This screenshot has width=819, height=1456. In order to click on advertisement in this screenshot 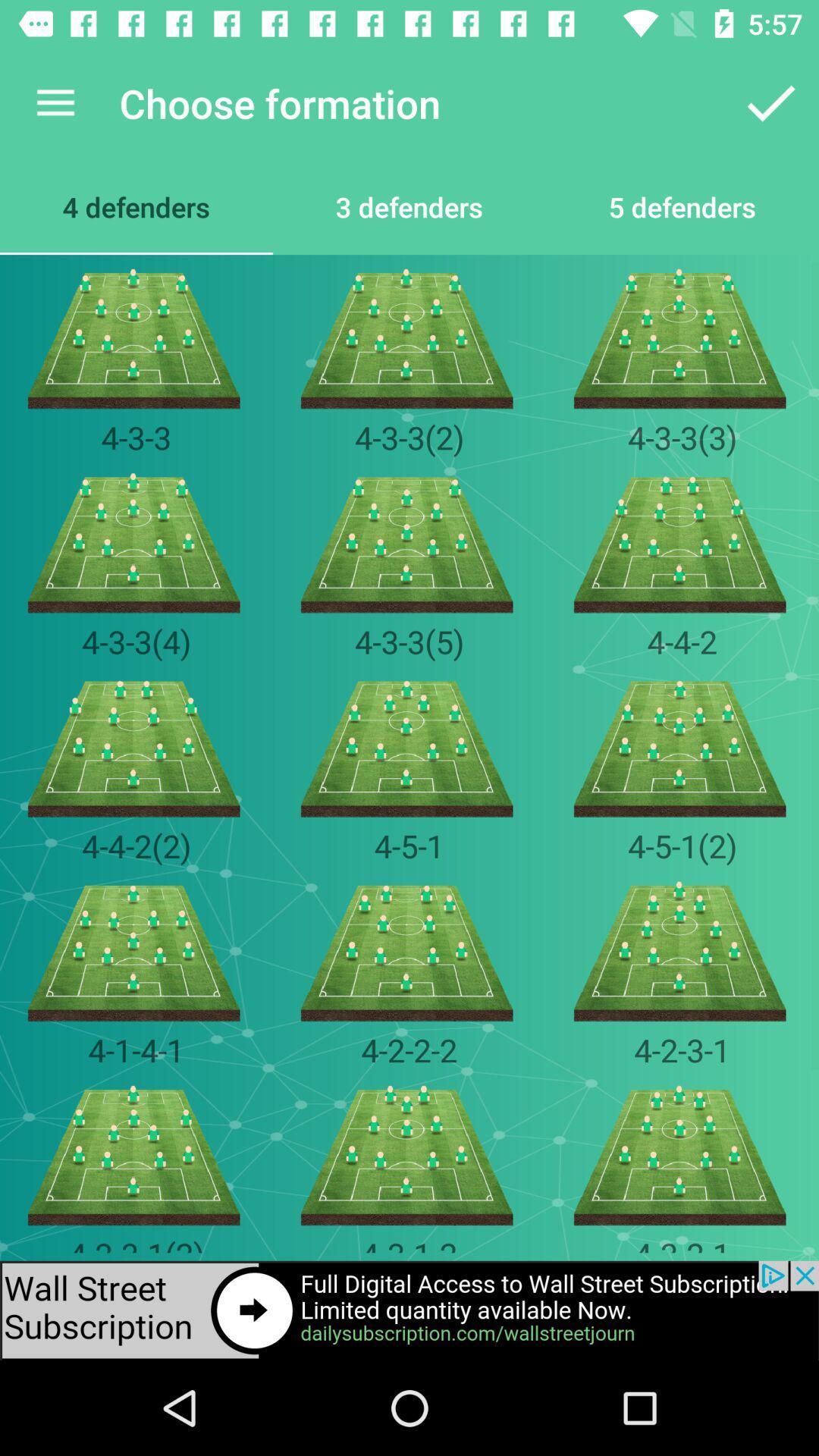, I will do `click(409, 1310)`.